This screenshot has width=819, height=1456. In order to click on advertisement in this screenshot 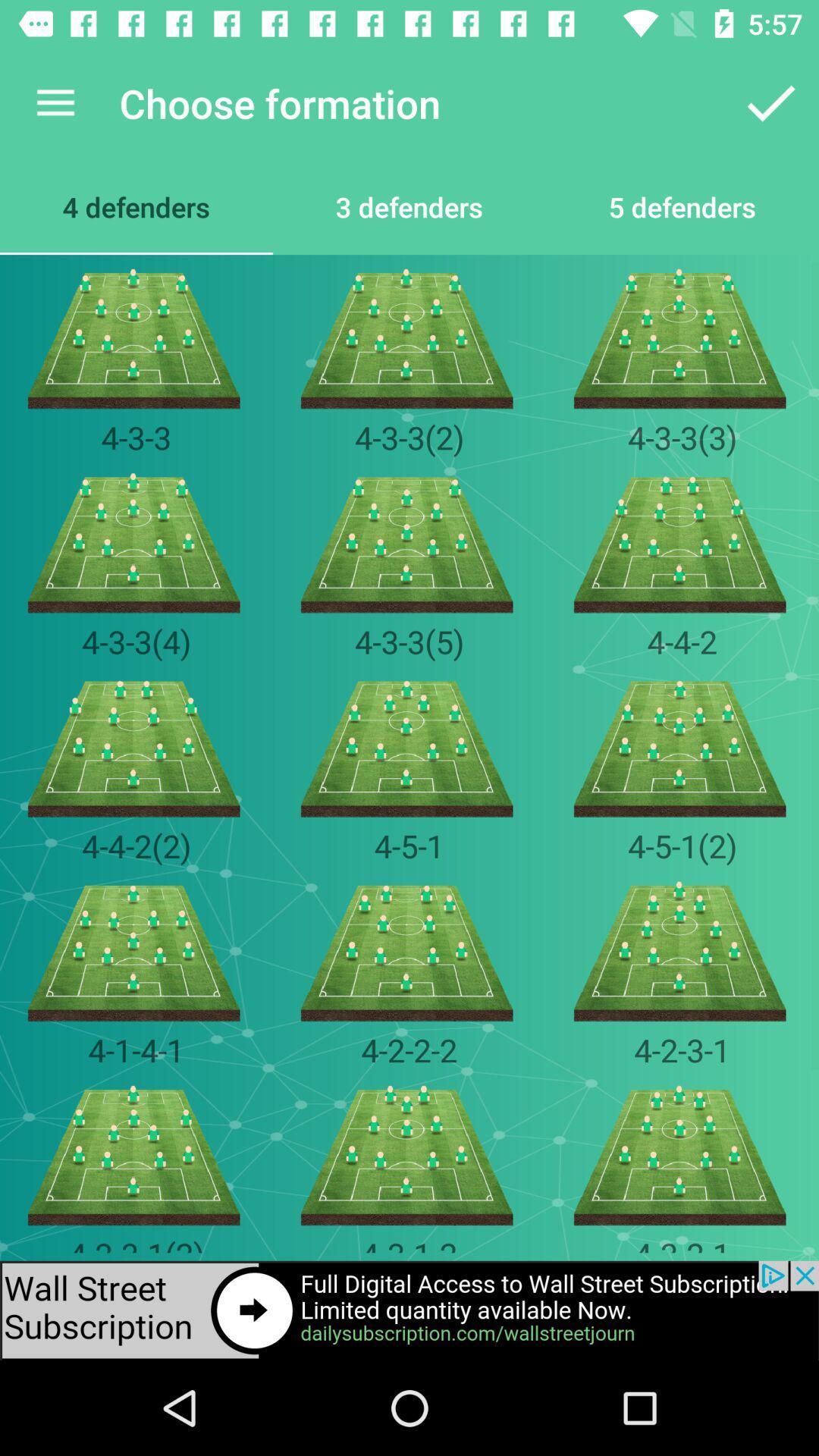, I will do `click(409, 1310)`.